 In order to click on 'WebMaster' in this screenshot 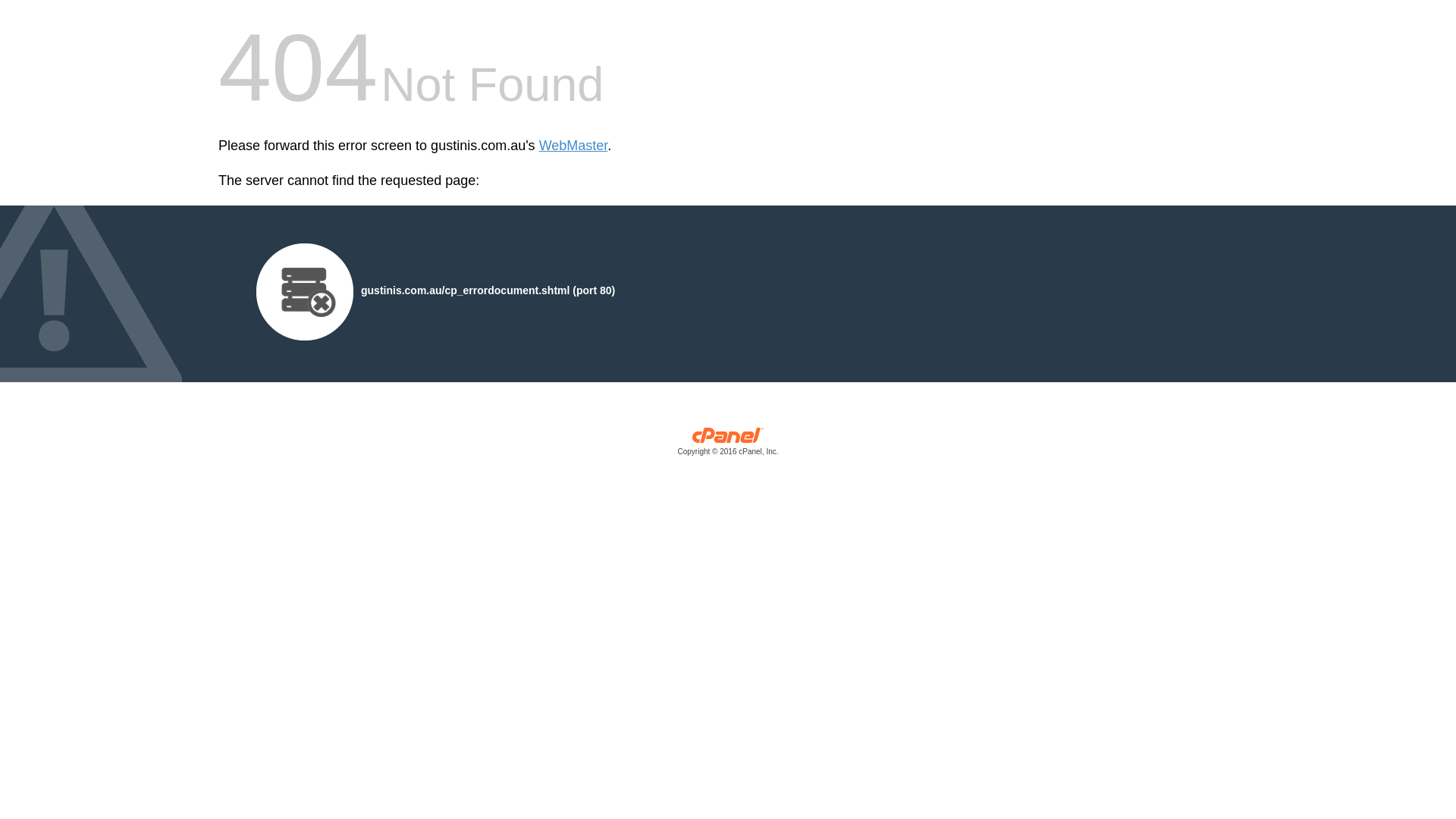, I will do `click(573, 146)`.